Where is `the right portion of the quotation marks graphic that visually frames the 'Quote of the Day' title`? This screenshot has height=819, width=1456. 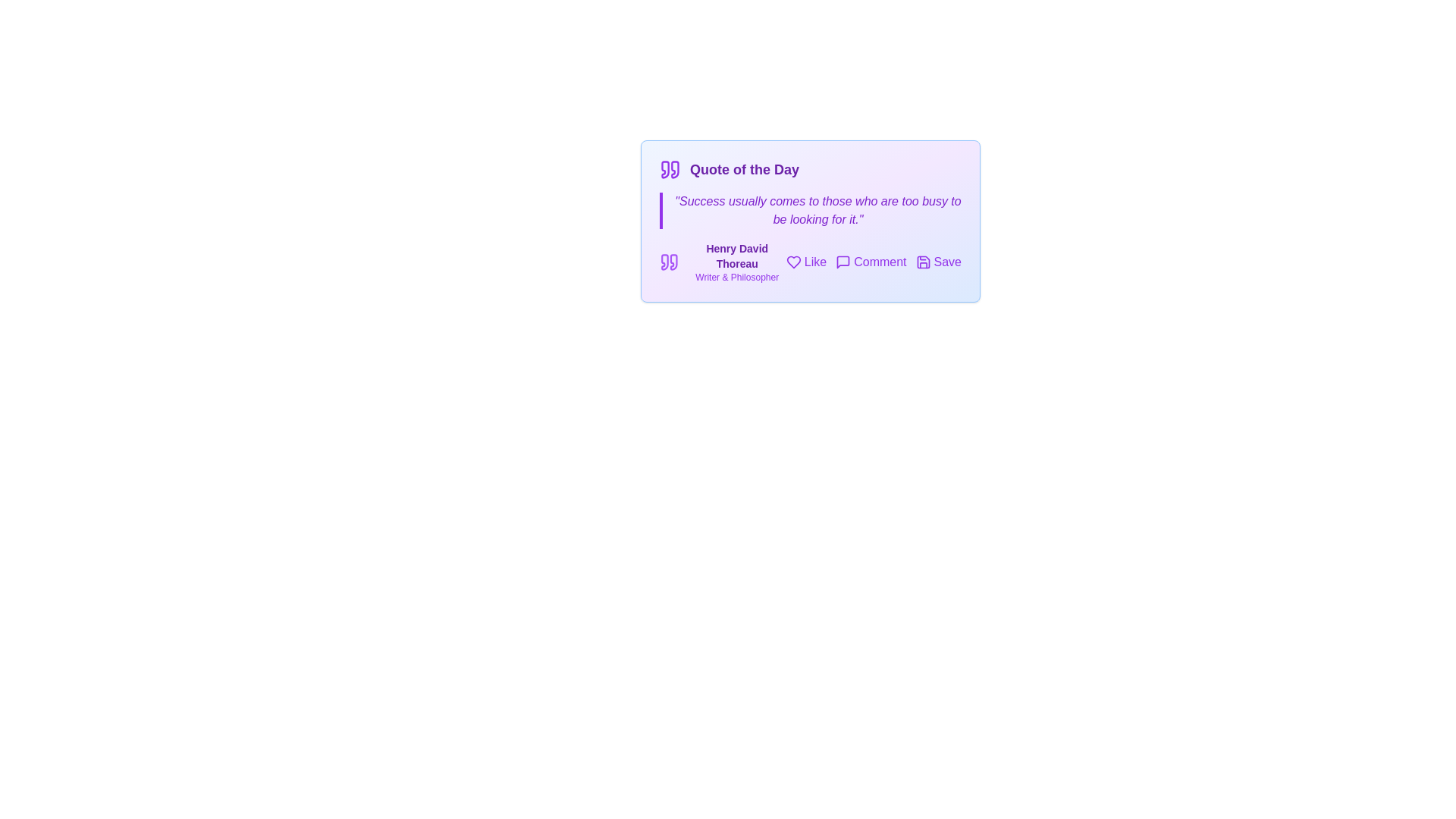 the right portion of the quotation marks graphic that visually frames the 'Quote of the Day' title is located at coordinates (674, 169).